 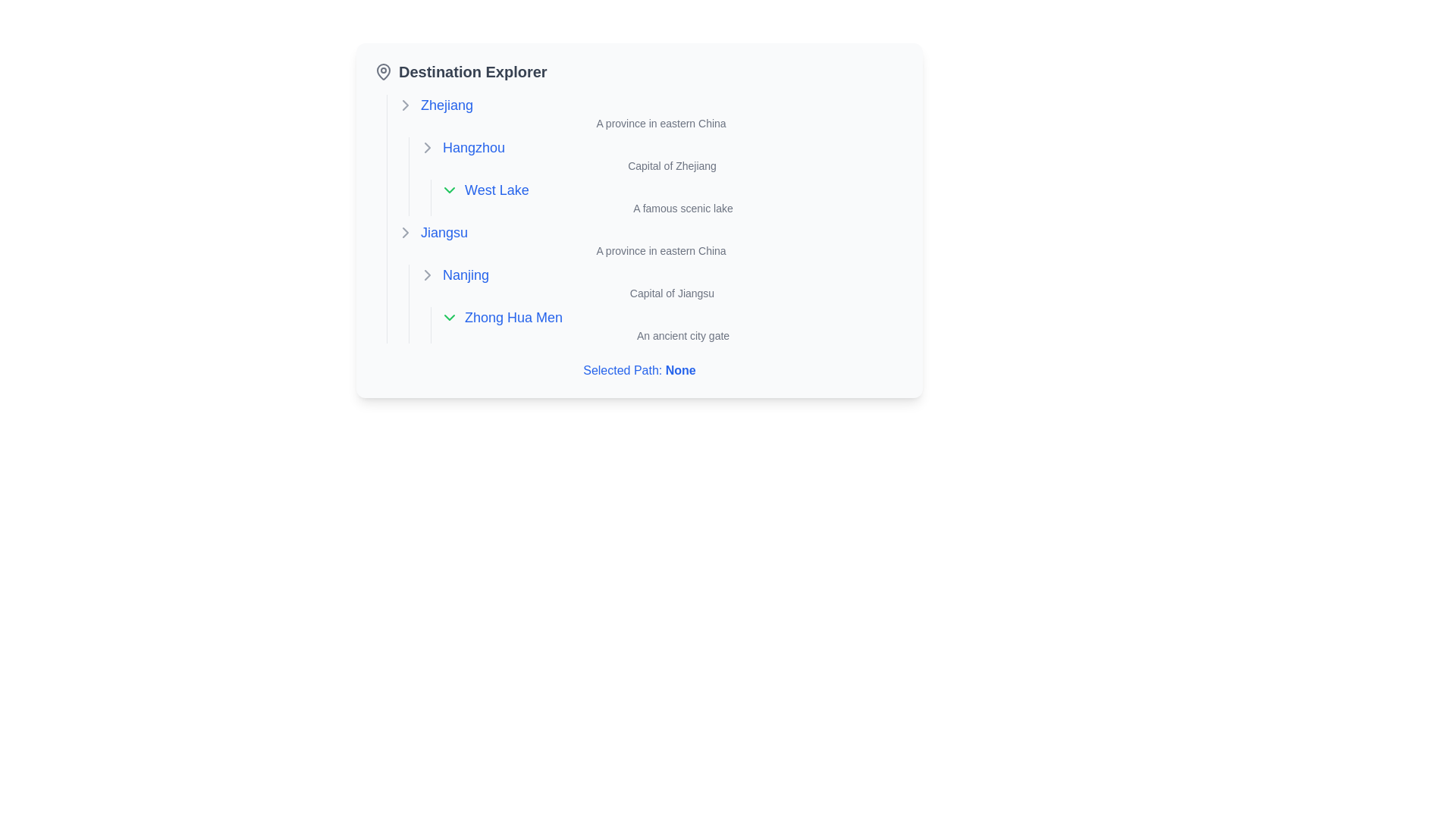 What do you see at coordinates (672, 189) in the screenshot?
I see `the clickable link for 'West Lake' located in the list under 'Hangzhou'` at bounding box center [672, 189].